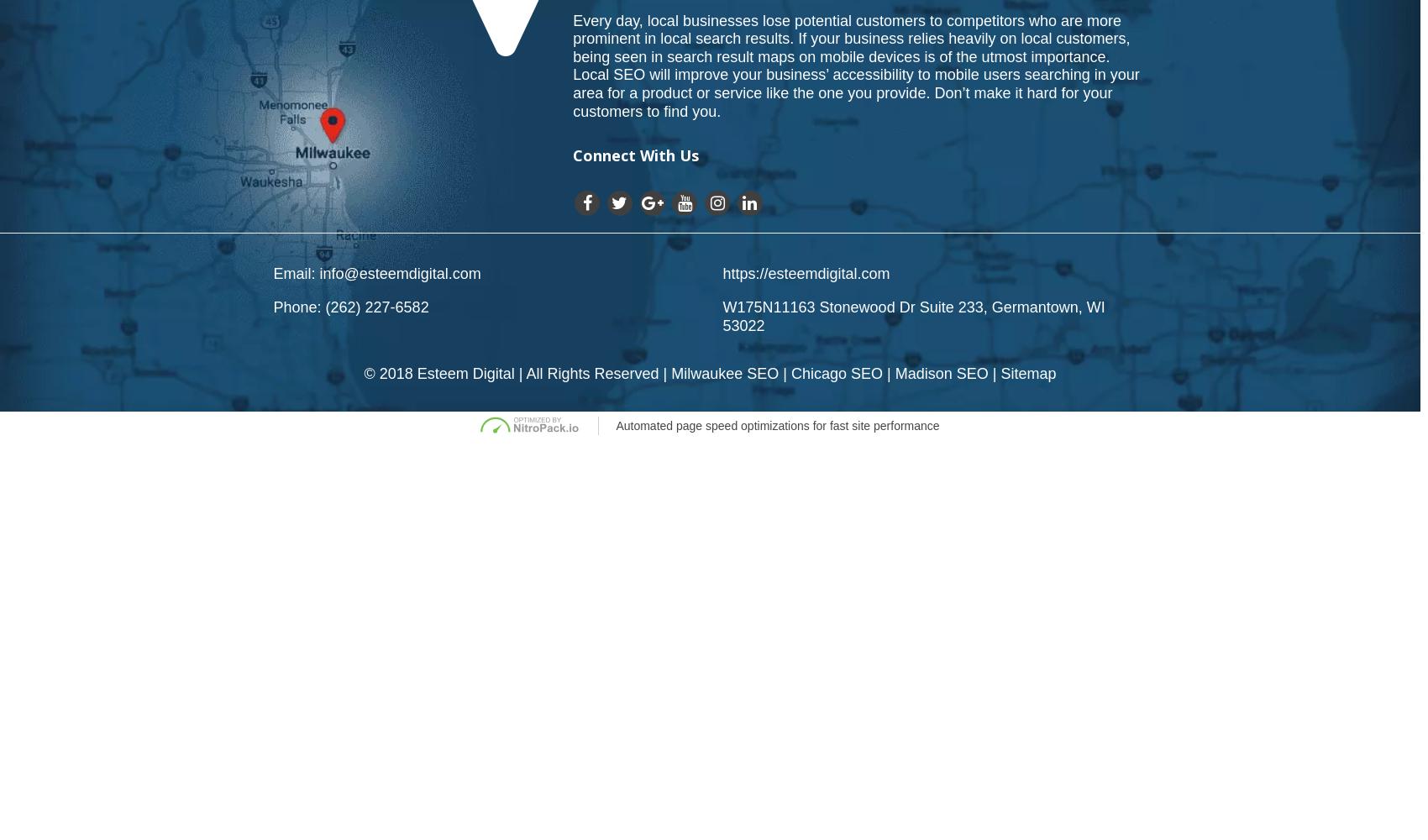  I want to click on 'Email: info@esteemdigital.com', so click(376, 273).